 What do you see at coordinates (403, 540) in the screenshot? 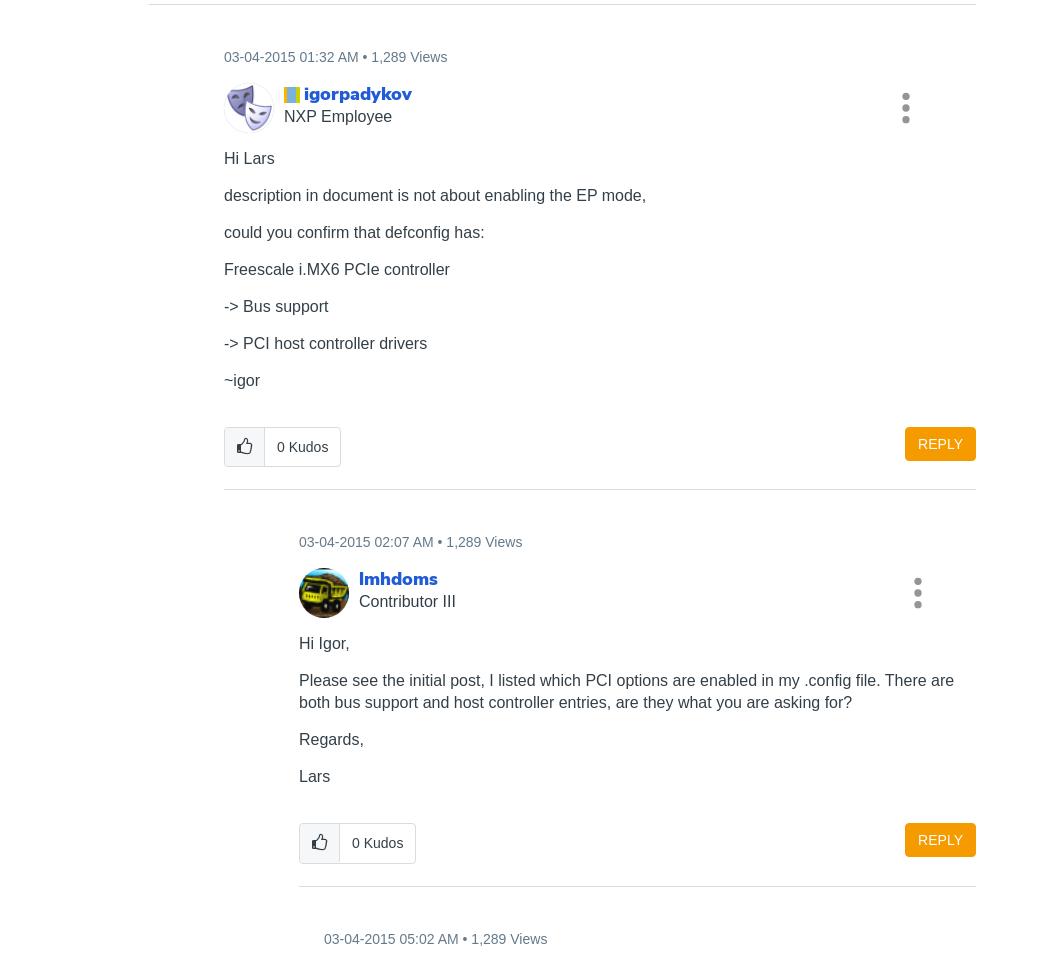
I see `'02:07 AM'` at bounding box center [403, 540].